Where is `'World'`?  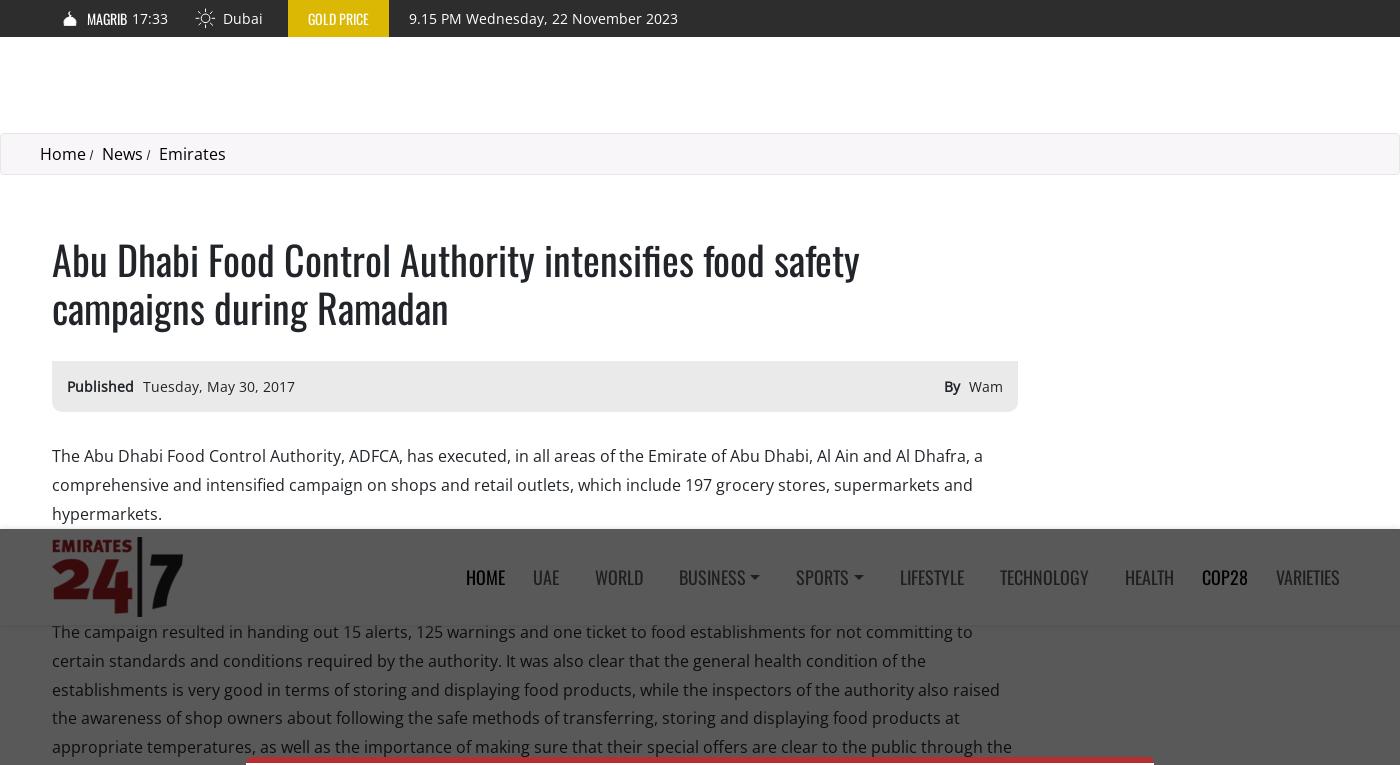 'World' is located at coordinates (617, 46).